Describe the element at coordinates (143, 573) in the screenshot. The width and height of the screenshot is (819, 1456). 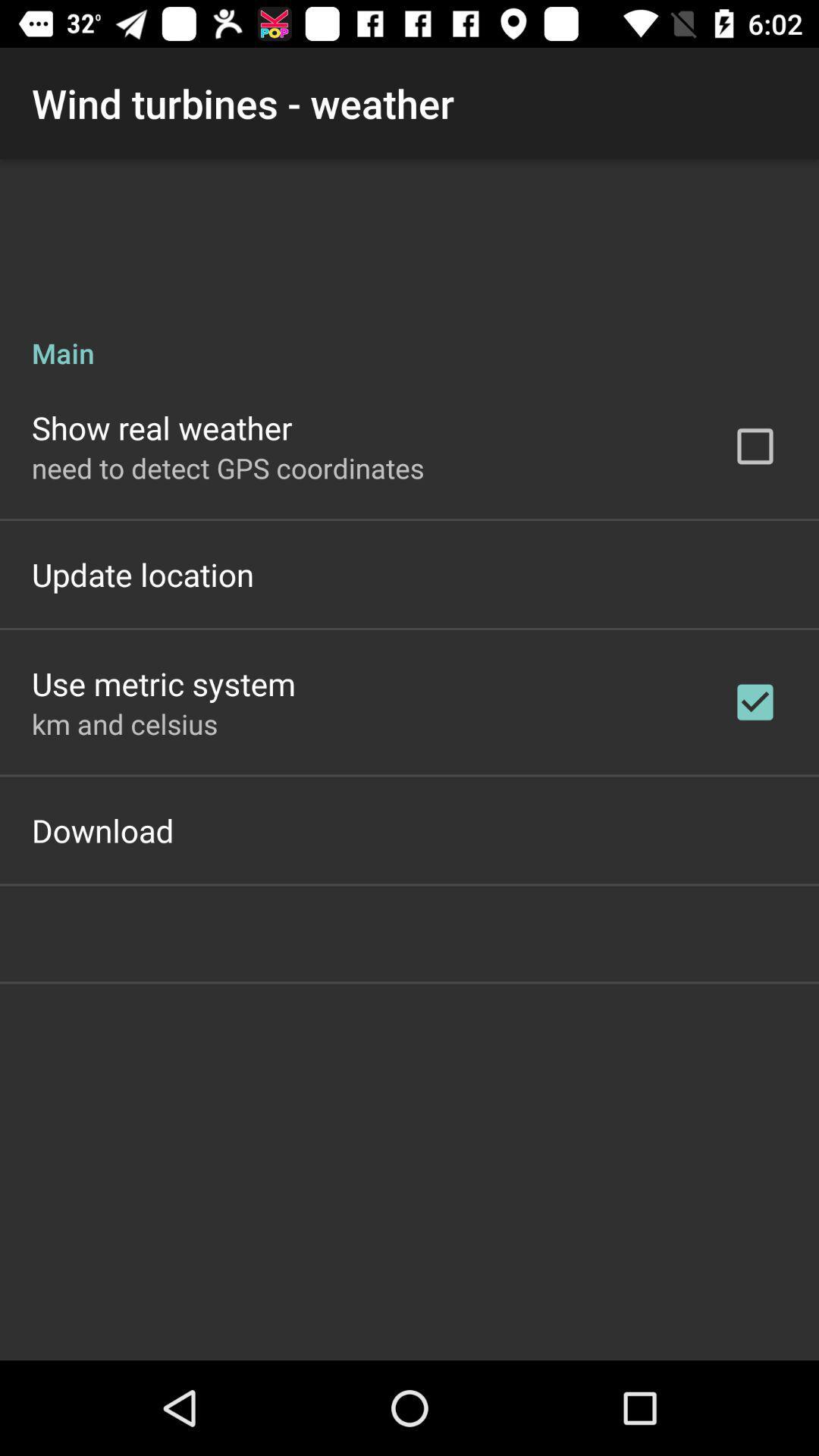
I see `the update location` at that location.